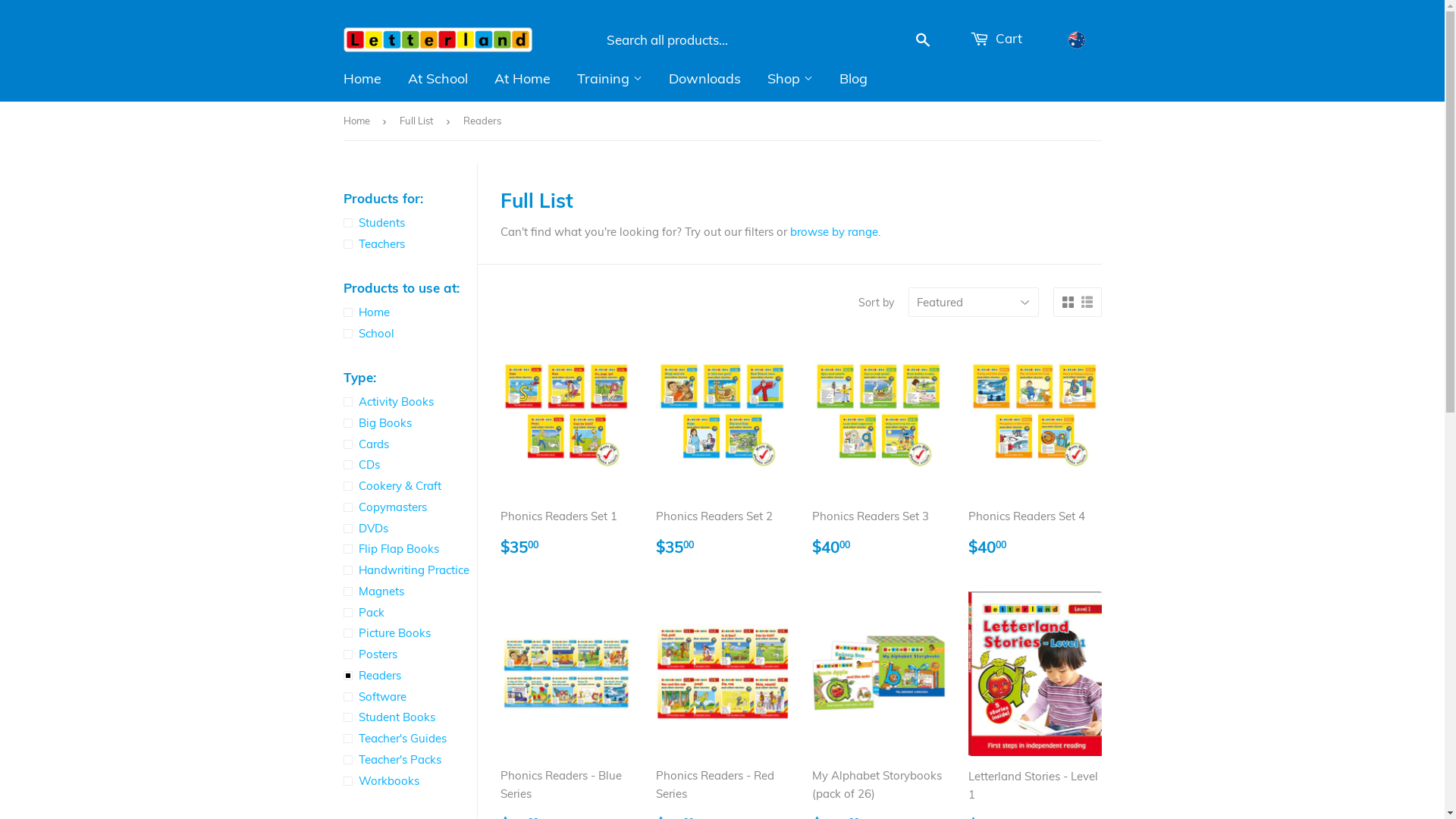 The image size is (1456, 819). I want to click on 'Software', so click(341, 696).